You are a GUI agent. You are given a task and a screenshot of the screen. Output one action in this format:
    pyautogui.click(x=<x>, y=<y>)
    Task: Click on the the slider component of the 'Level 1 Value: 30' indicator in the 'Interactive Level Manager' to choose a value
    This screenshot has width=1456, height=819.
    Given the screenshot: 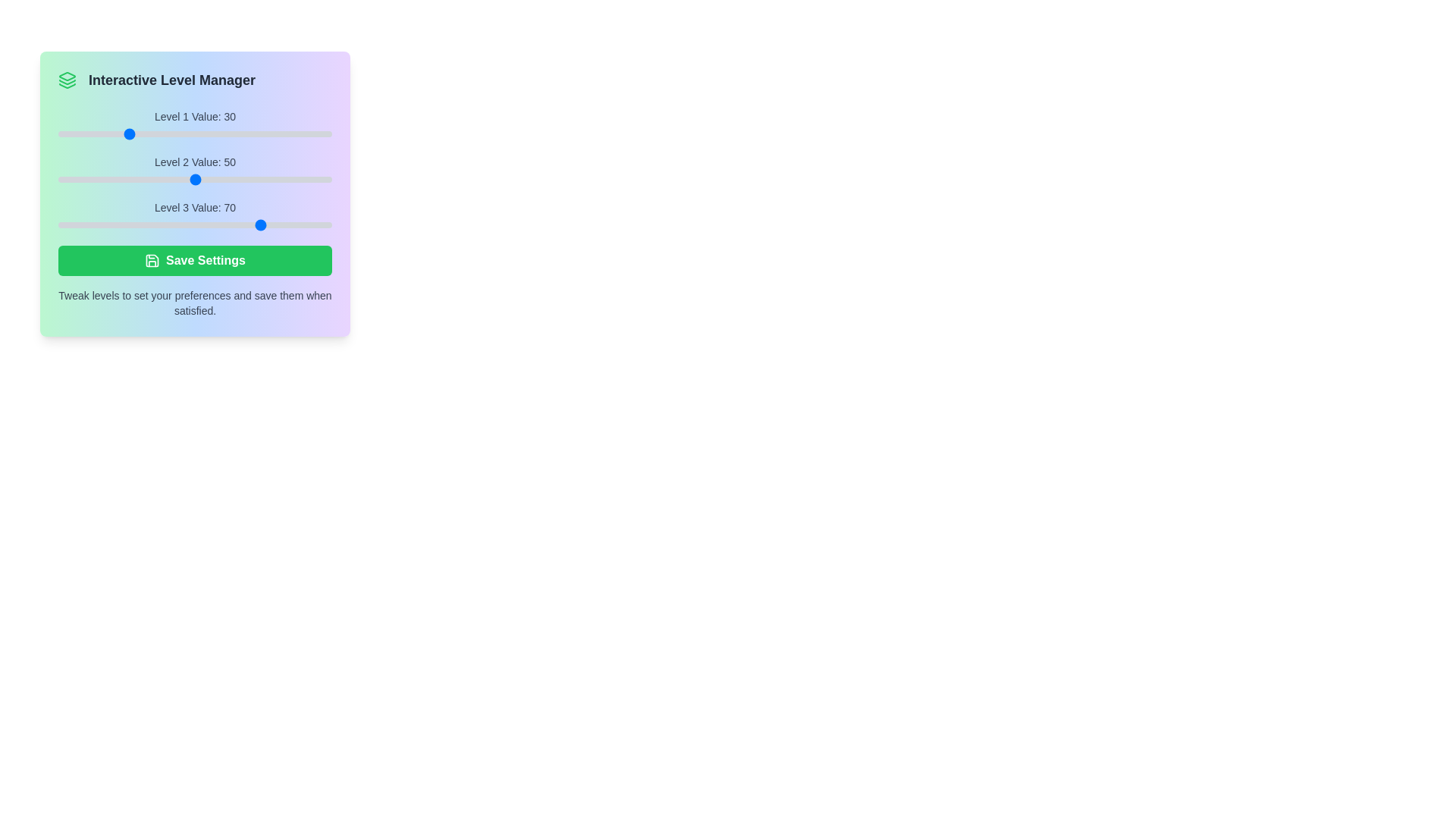 What is the action you would take?
    pyautogui.click(x=194, y=124)
    